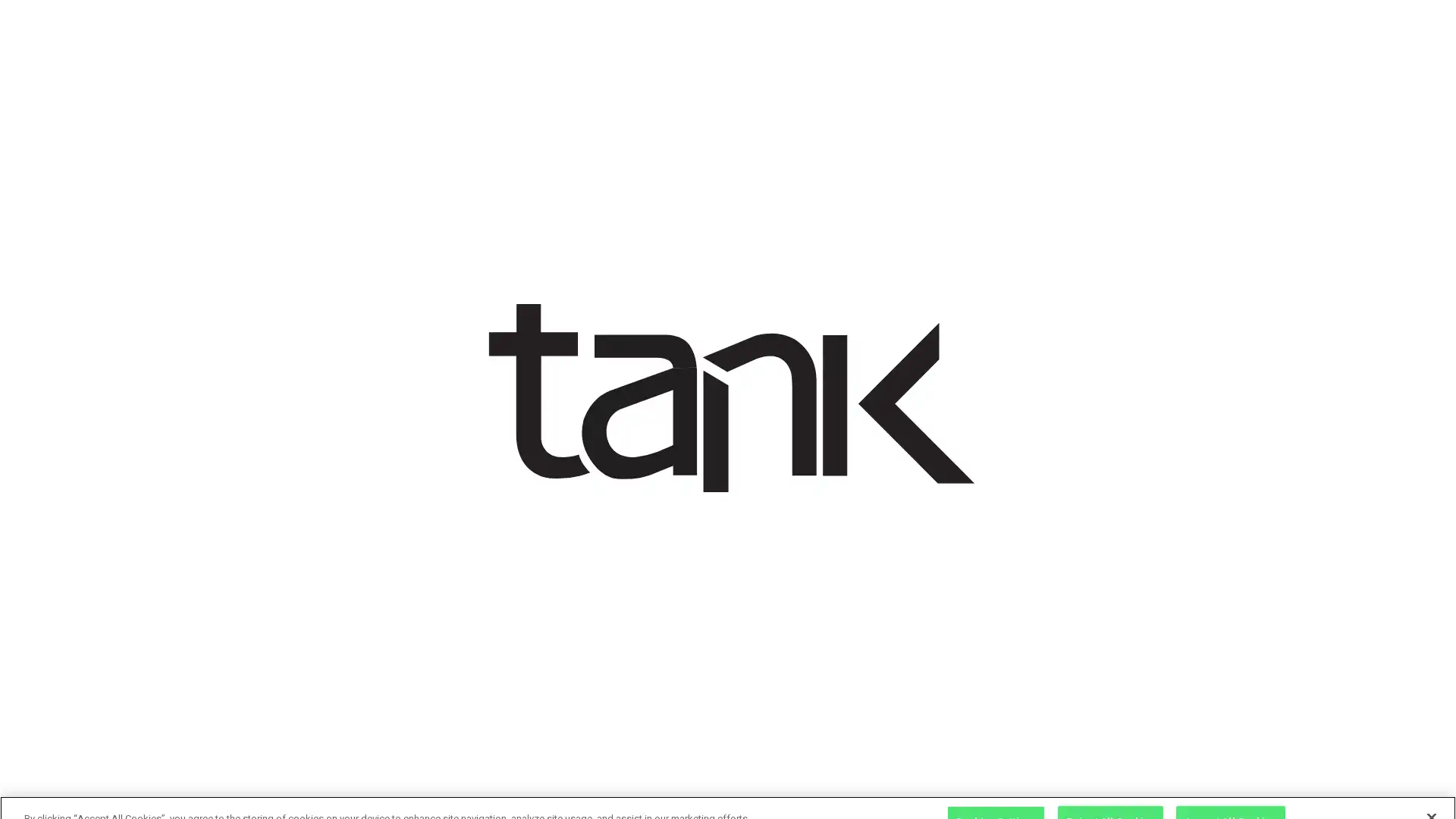  What do you see at coordinates (1430, 792) in the screenshot?
I see `Close` at bounding box center [1430, 792].